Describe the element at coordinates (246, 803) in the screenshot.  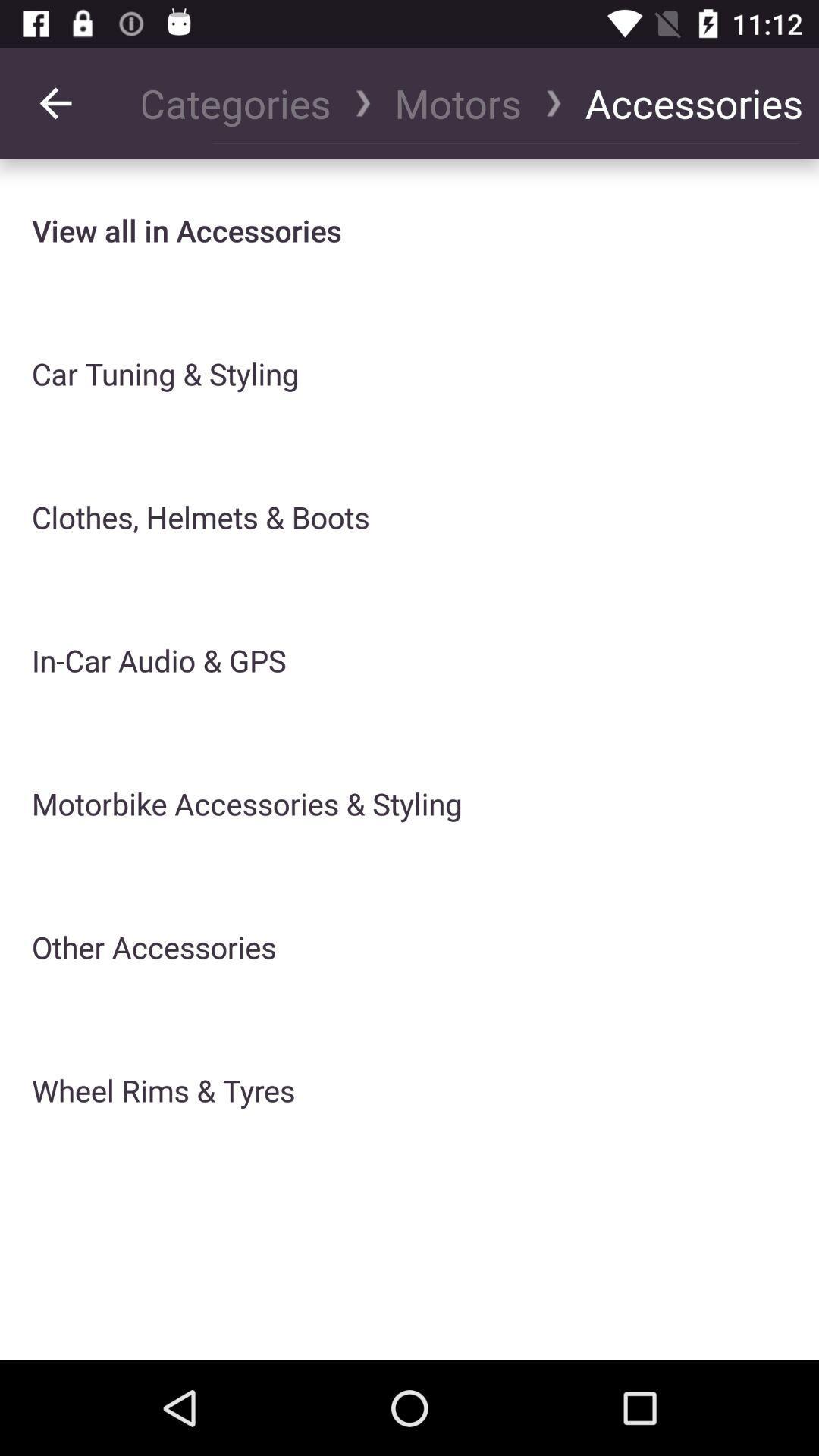
I see `the motorbike accessories & styling item` at that location.